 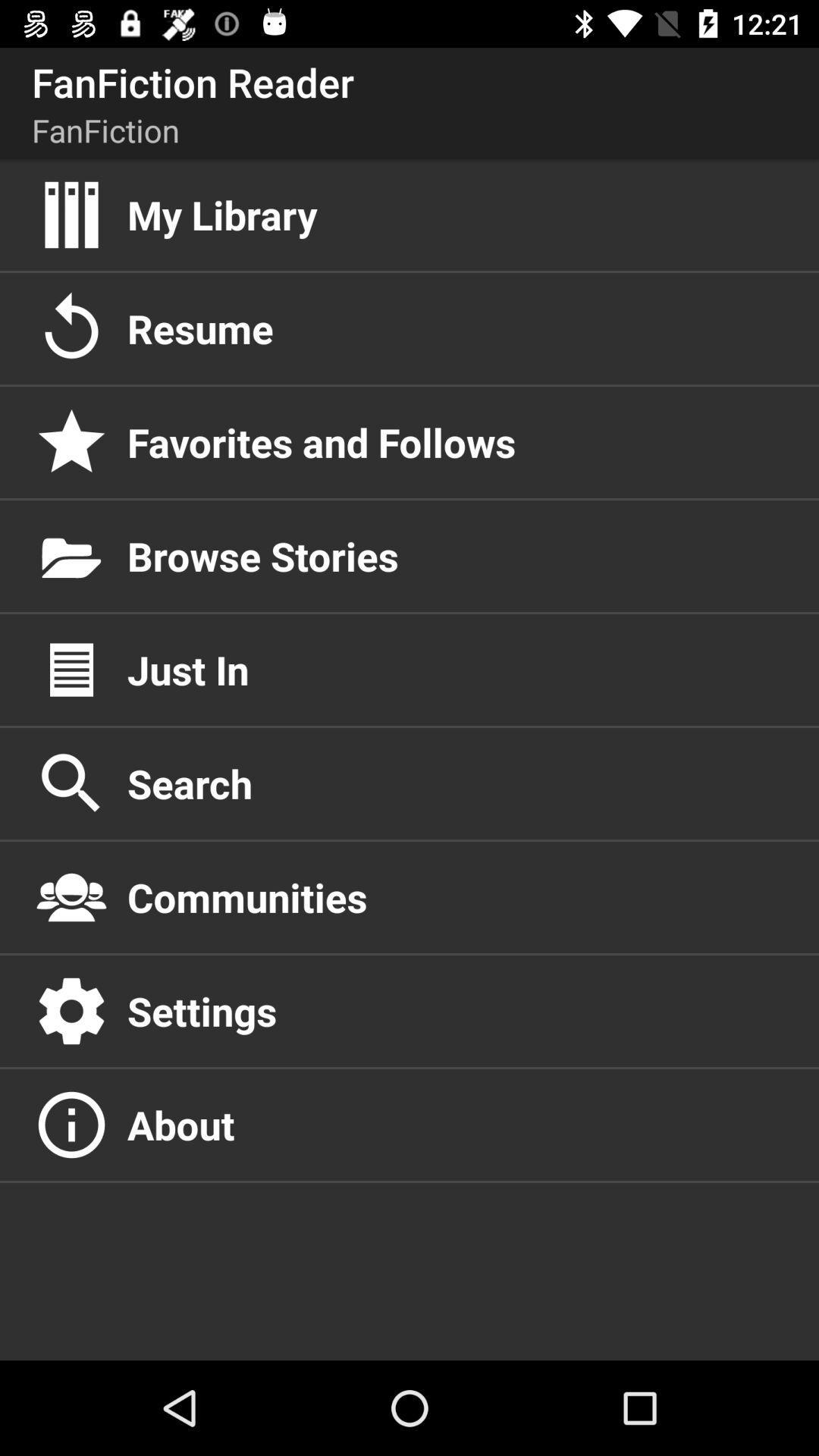 I want to click on the communities icon, so click(x=456, y=897).